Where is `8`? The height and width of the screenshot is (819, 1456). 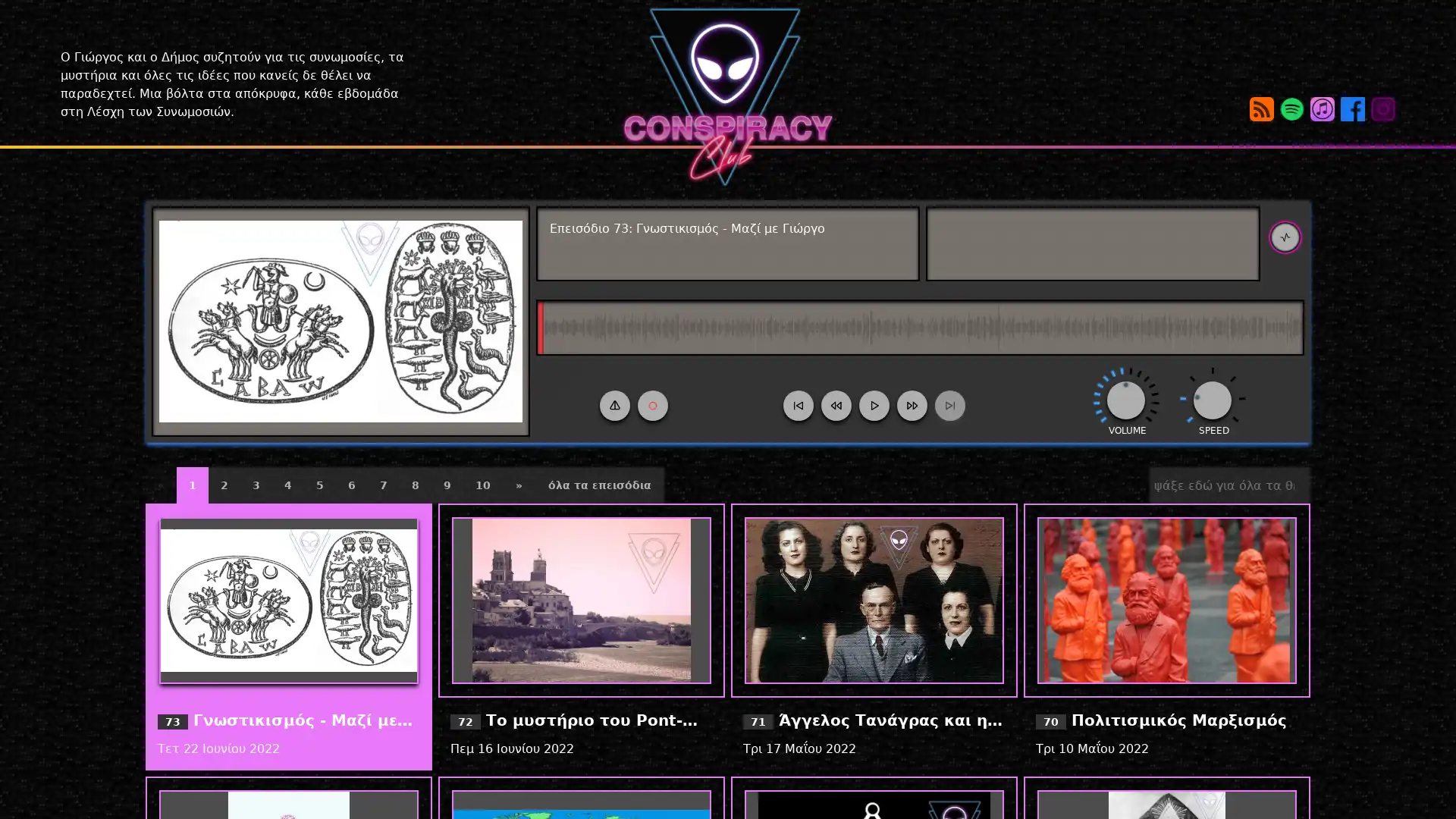 8 is located at coordinates (415, 485).